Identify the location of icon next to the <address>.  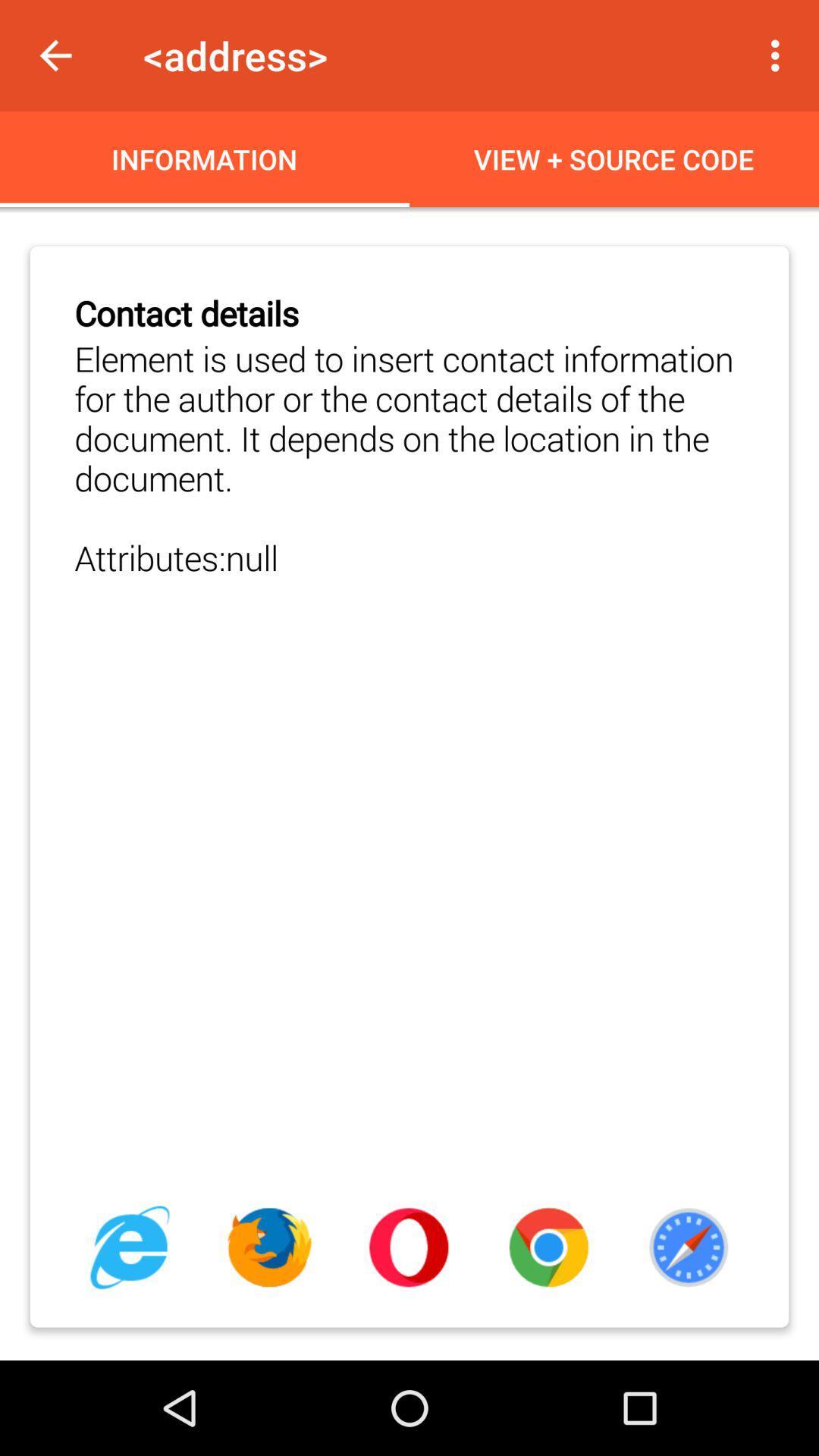
(779, 55).